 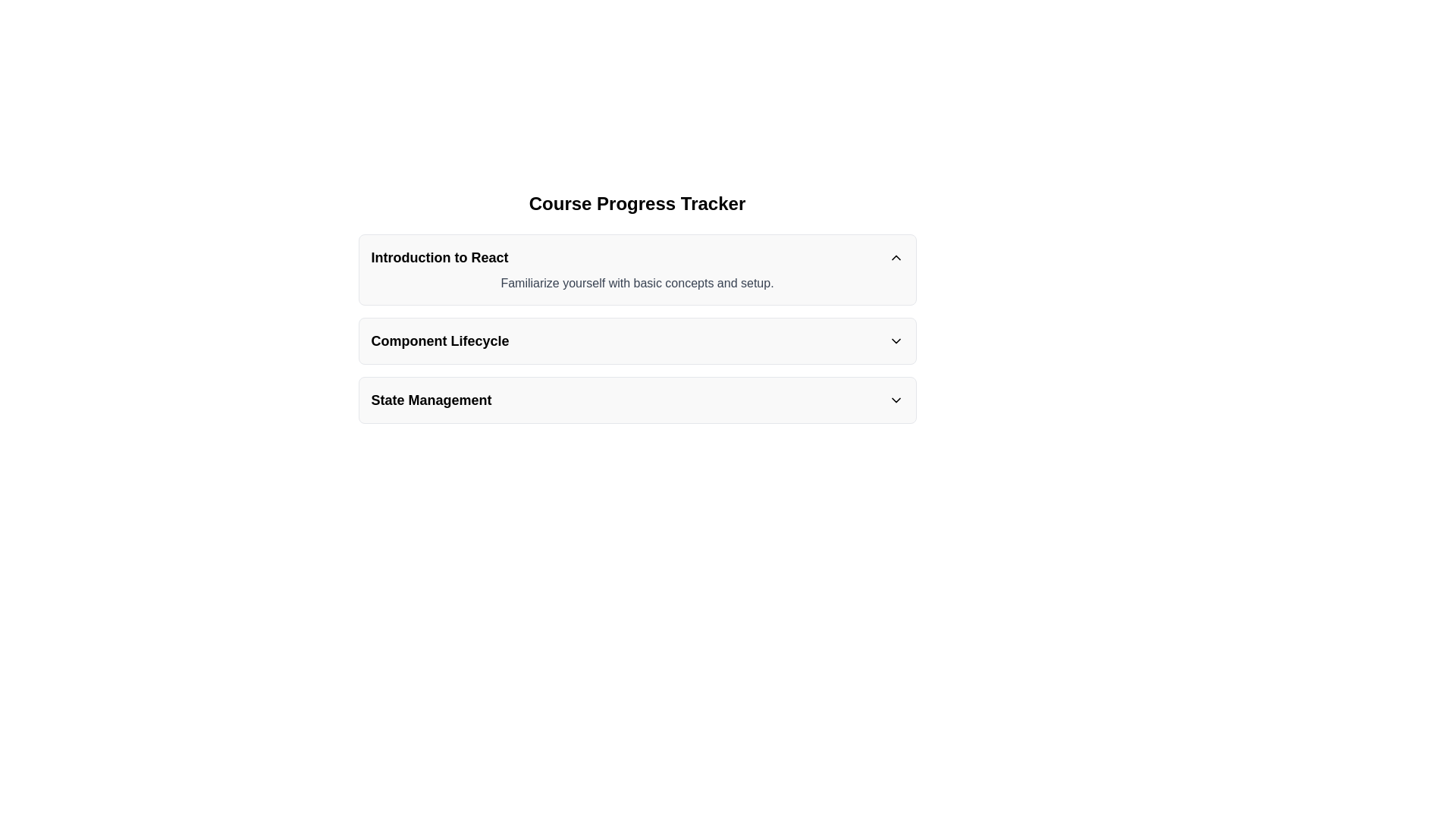 What do you see at coordinates (637, 256) in the screenshot?
I see `the title for the collapsible section labeled 'Course Progress Tracker'` at bounding box center [637, 256].